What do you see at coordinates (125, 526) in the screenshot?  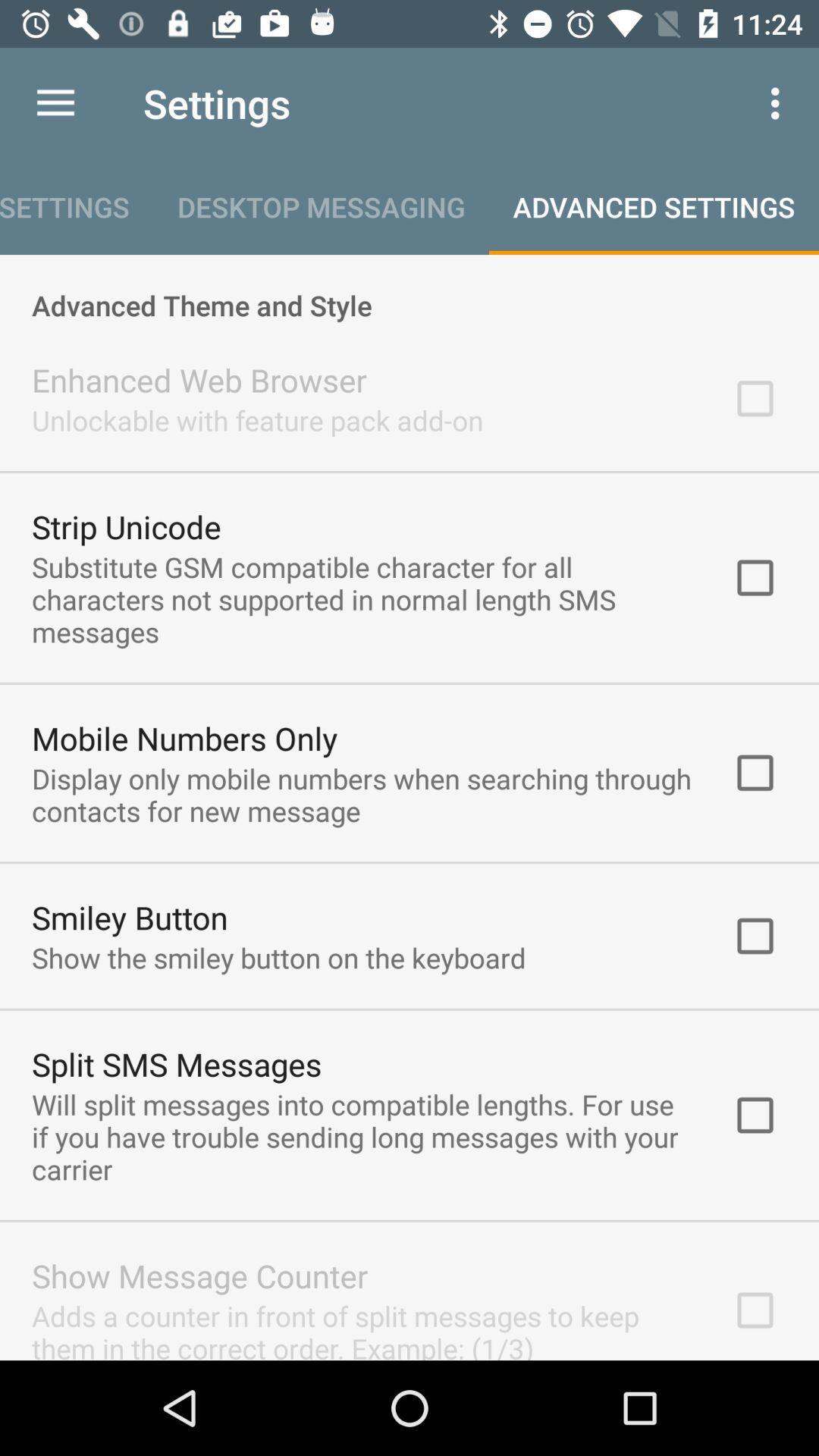 I see `strip unicode` at bounding box center [125, 526].